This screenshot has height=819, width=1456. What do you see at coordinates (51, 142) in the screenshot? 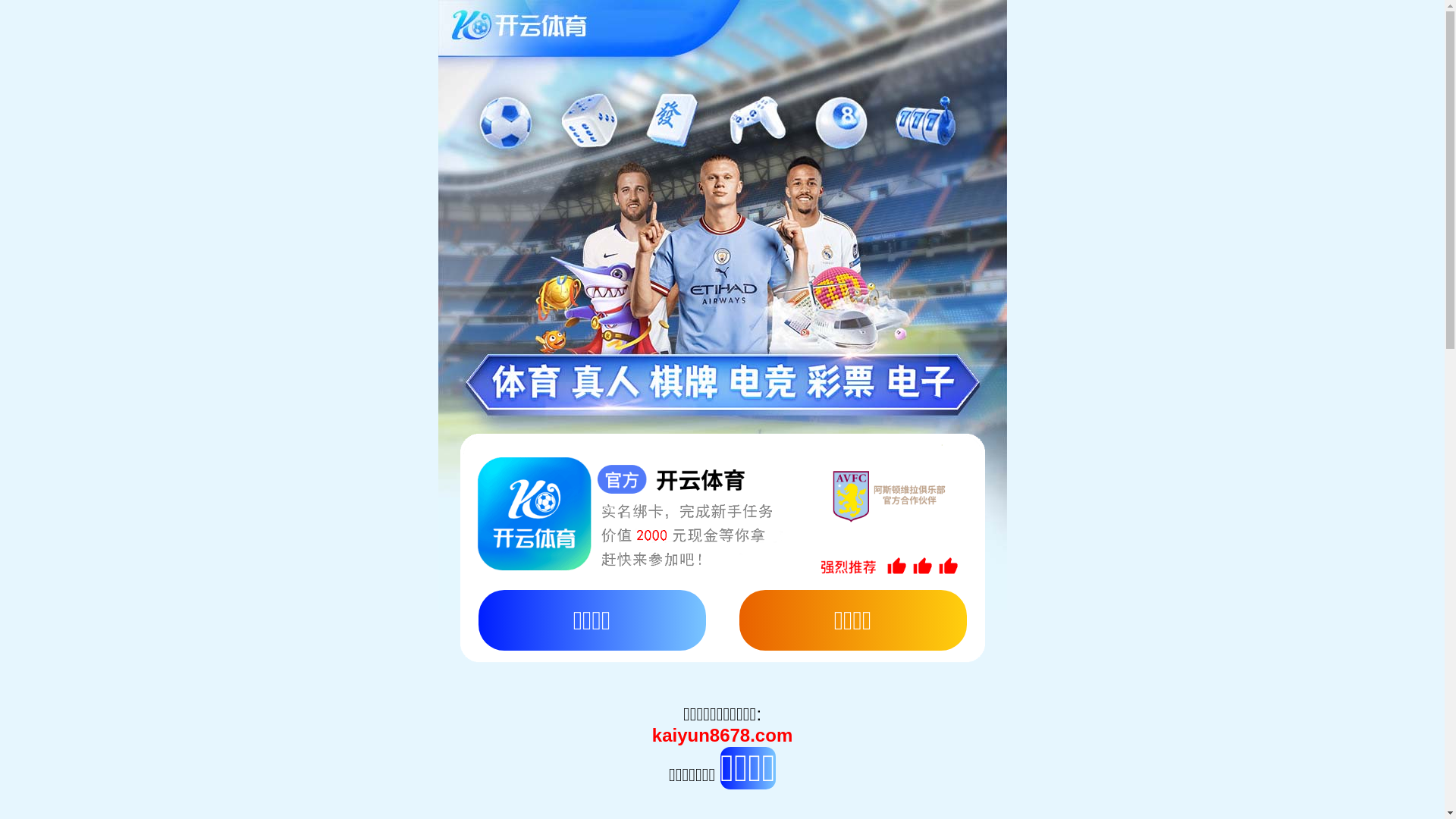
I see `'Toggle navigation'` at bounding box center [51, 142].